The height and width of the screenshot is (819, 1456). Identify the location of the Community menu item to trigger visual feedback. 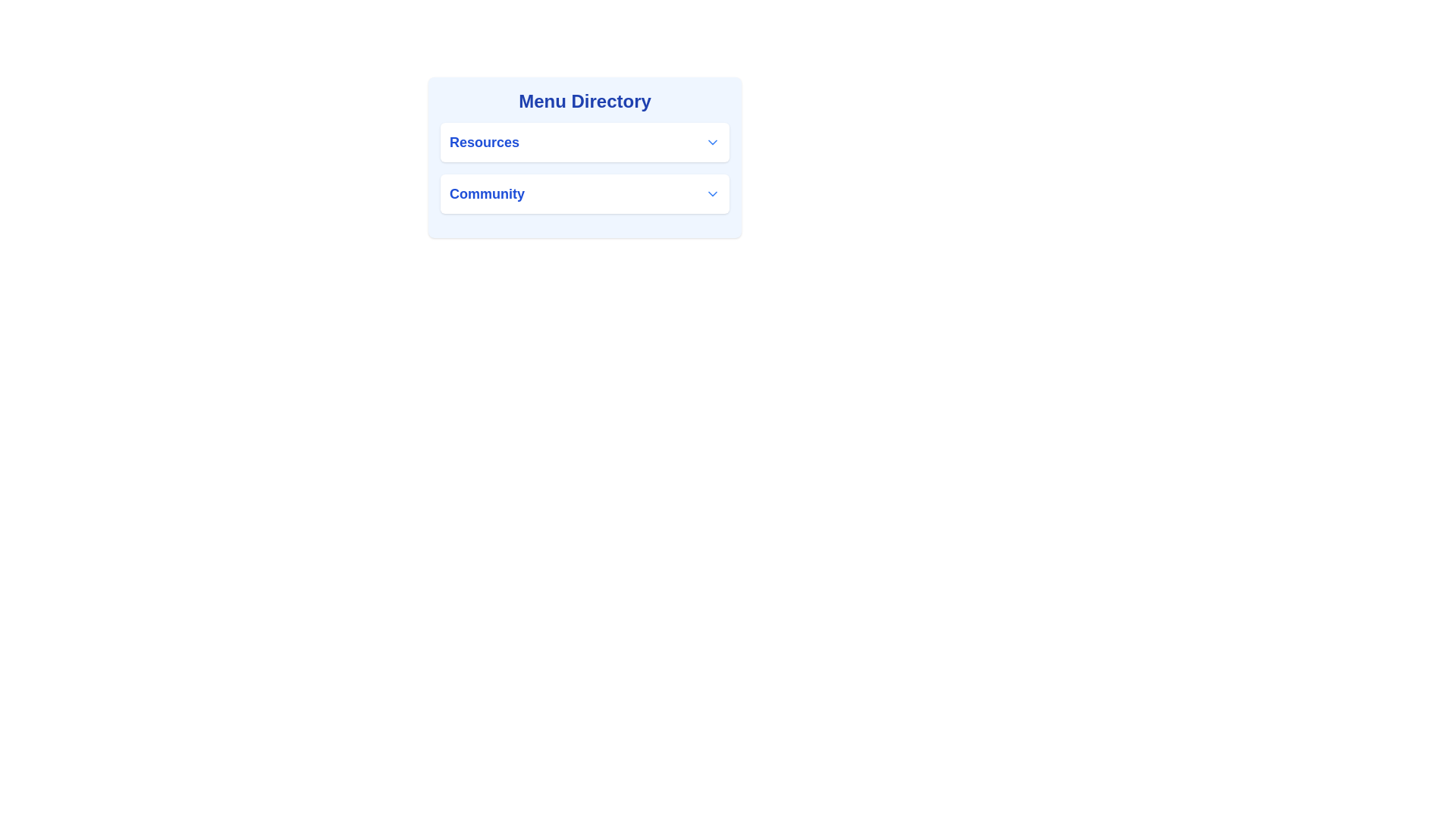
(584, 193).